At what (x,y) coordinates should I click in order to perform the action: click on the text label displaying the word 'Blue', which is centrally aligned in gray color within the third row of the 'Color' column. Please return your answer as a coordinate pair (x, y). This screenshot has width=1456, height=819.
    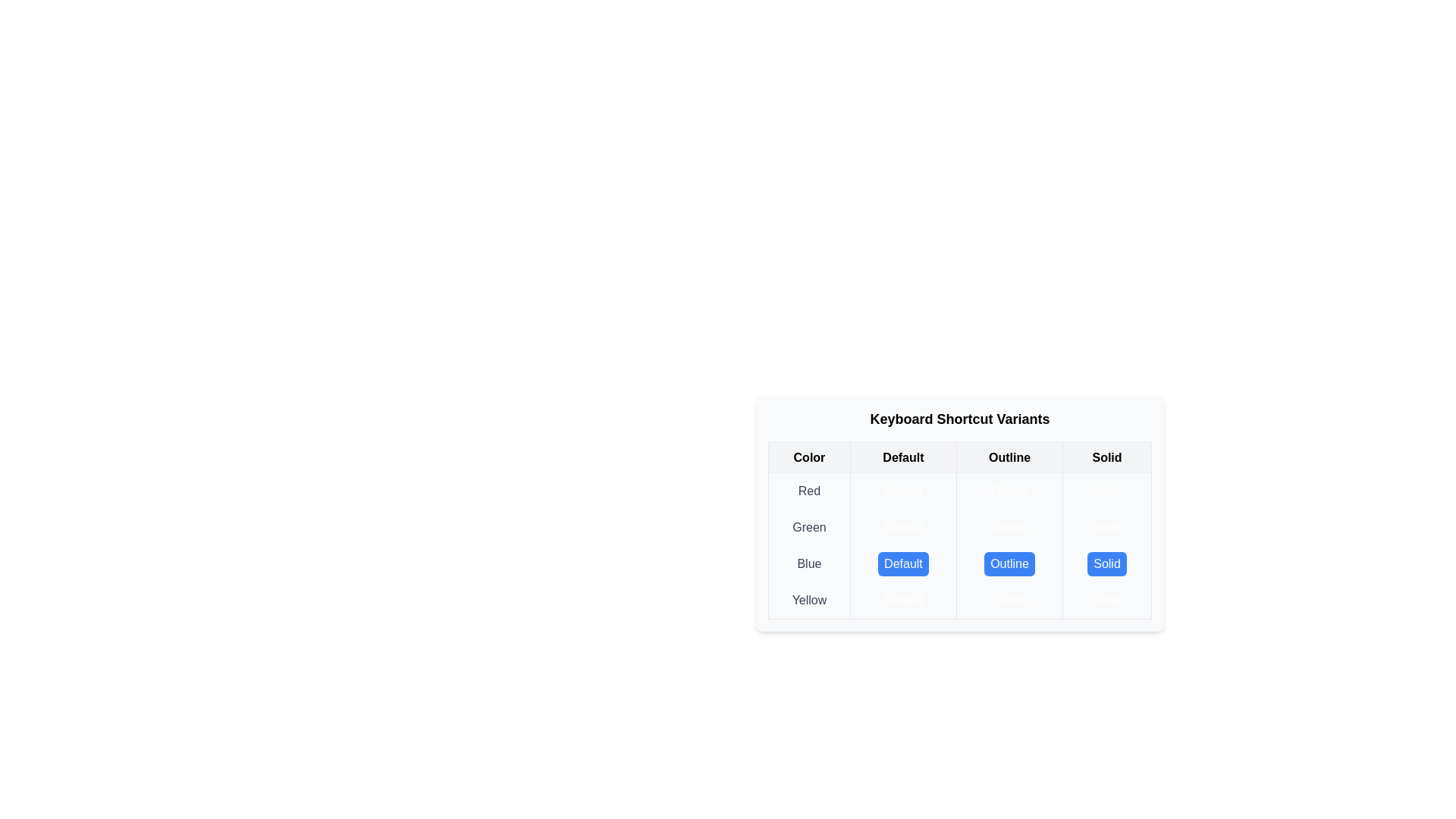
    Looking at the image, I should click on (808, 564).